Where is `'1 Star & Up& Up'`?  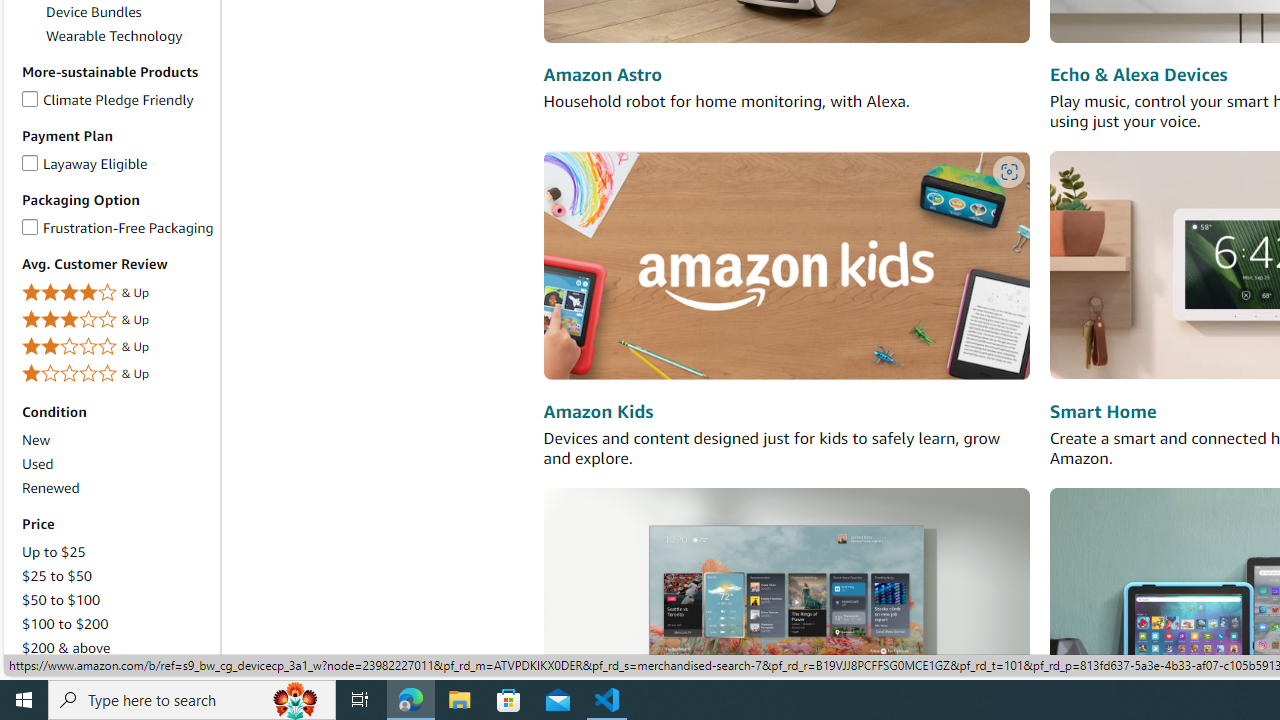
'1 Star & Up& Up' is located at coordinates (116, 374).